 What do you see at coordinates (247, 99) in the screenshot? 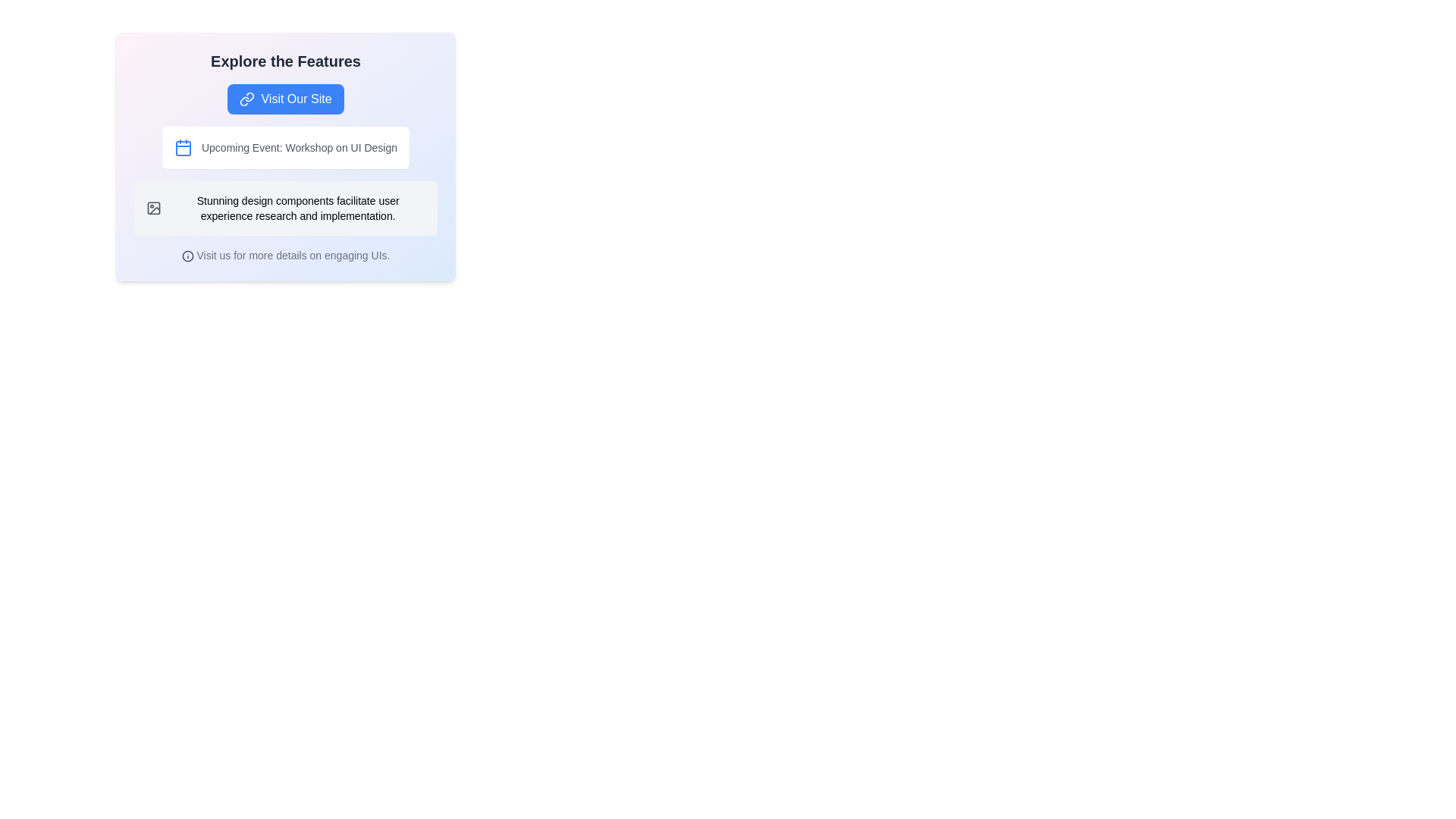
I see `the small link icon located on the left side of the blue button labeled 'Visit Our Site', which is within a white rounded box at the top center of the interface` at bounding box center [247, 99].